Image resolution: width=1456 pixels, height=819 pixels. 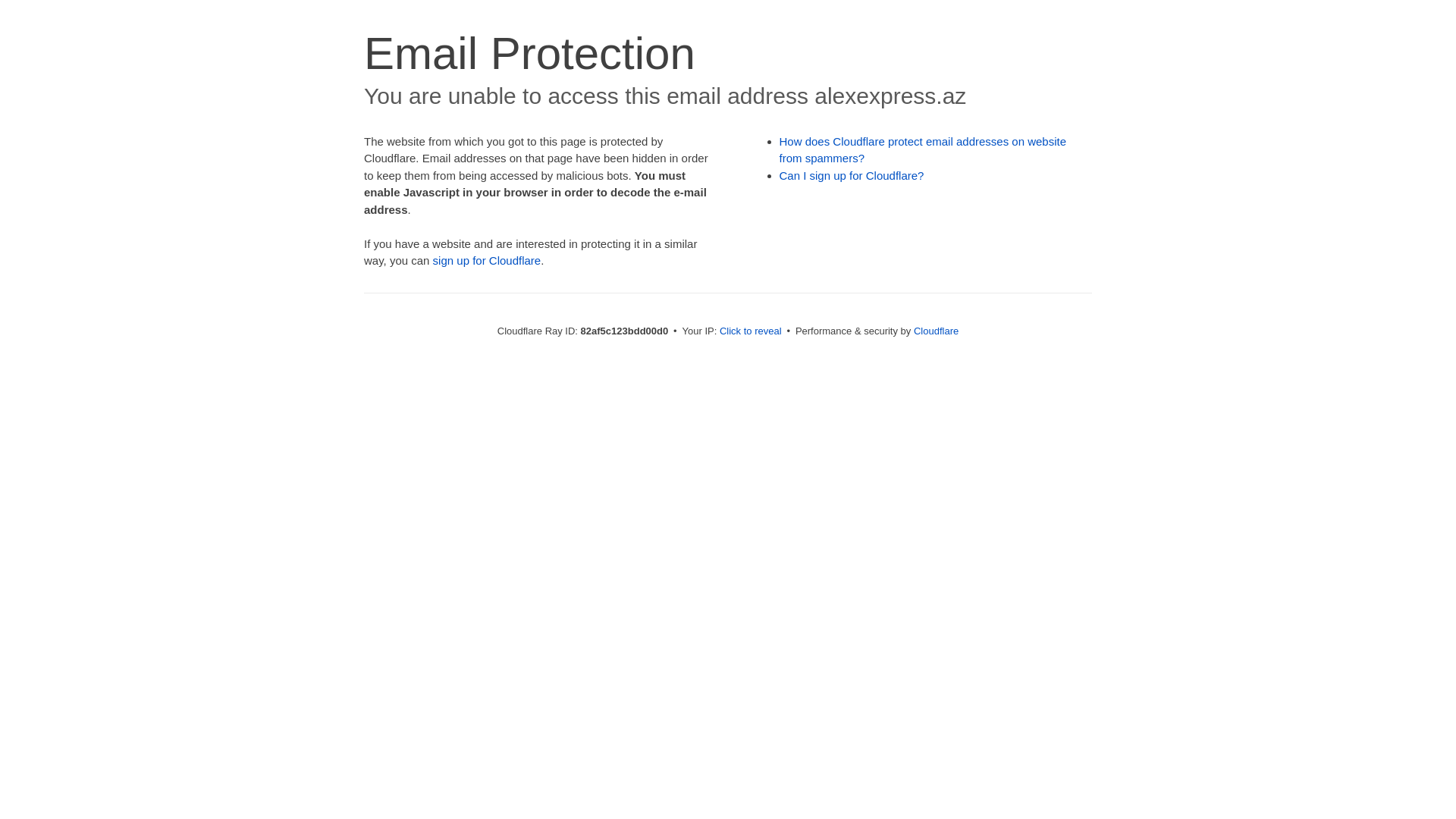 What do you see at coordinates (912, 330) in the screenshot?
I see `'Cloudflare'` at bounding box center [912, 330].